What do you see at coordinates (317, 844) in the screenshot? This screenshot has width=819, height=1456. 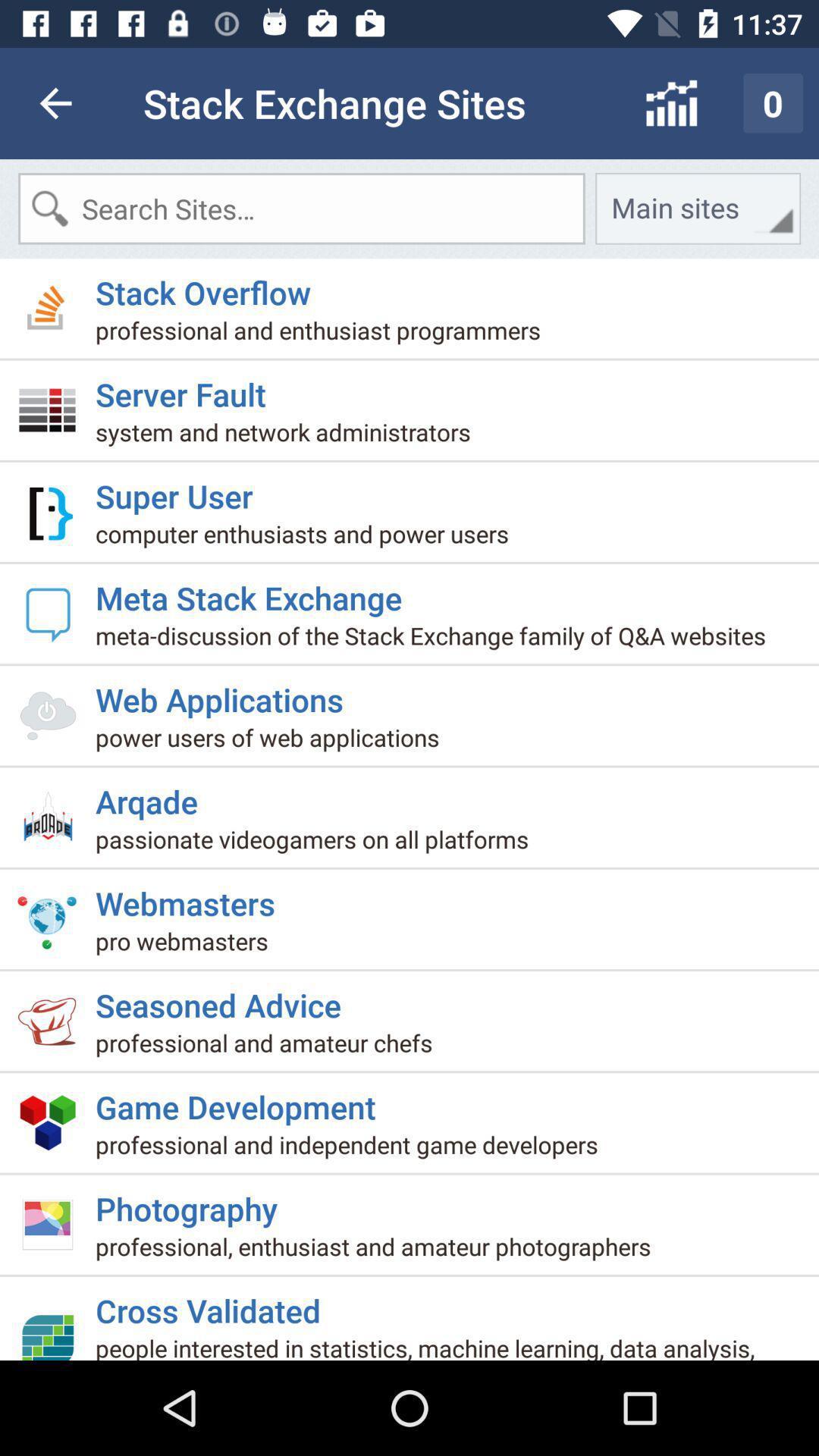 I see `the icon above the webmasters item` at bounding box center [317, 844].